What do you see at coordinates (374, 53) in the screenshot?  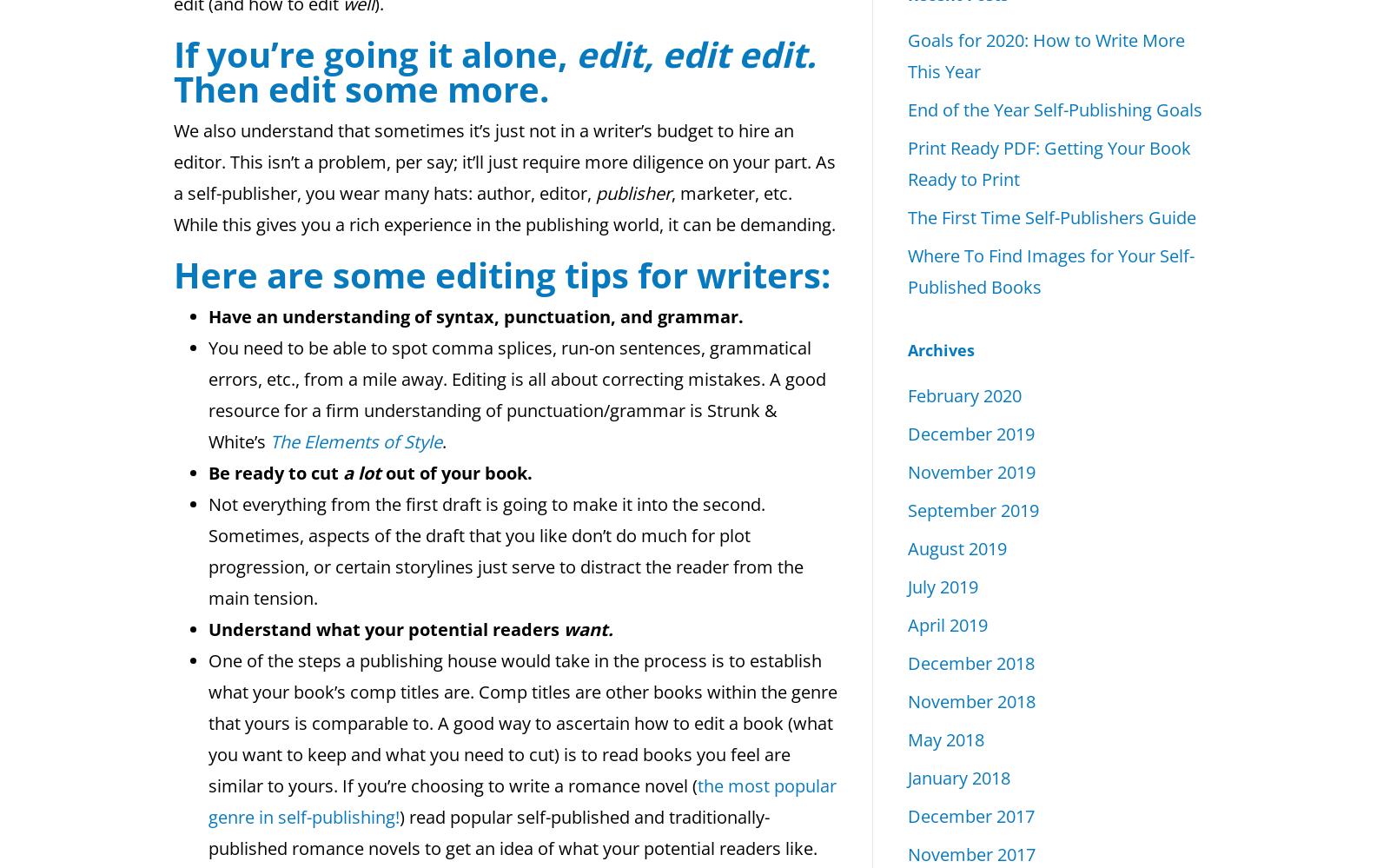 I see `'If you’re going it alone,'` at bounding box center [374, 53].